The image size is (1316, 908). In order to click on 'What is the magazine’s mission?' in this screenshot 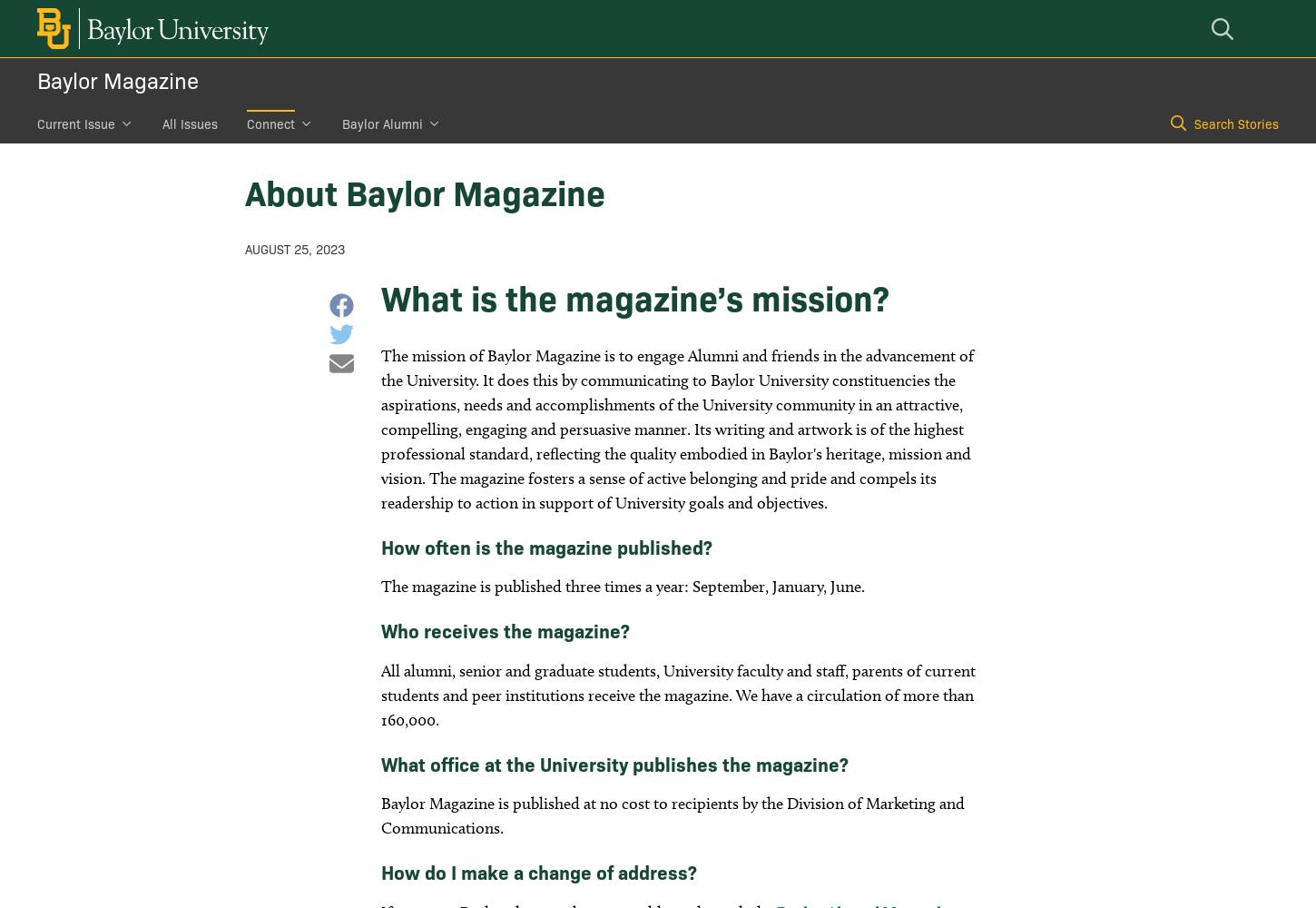, I will do `click(379, 294)`.